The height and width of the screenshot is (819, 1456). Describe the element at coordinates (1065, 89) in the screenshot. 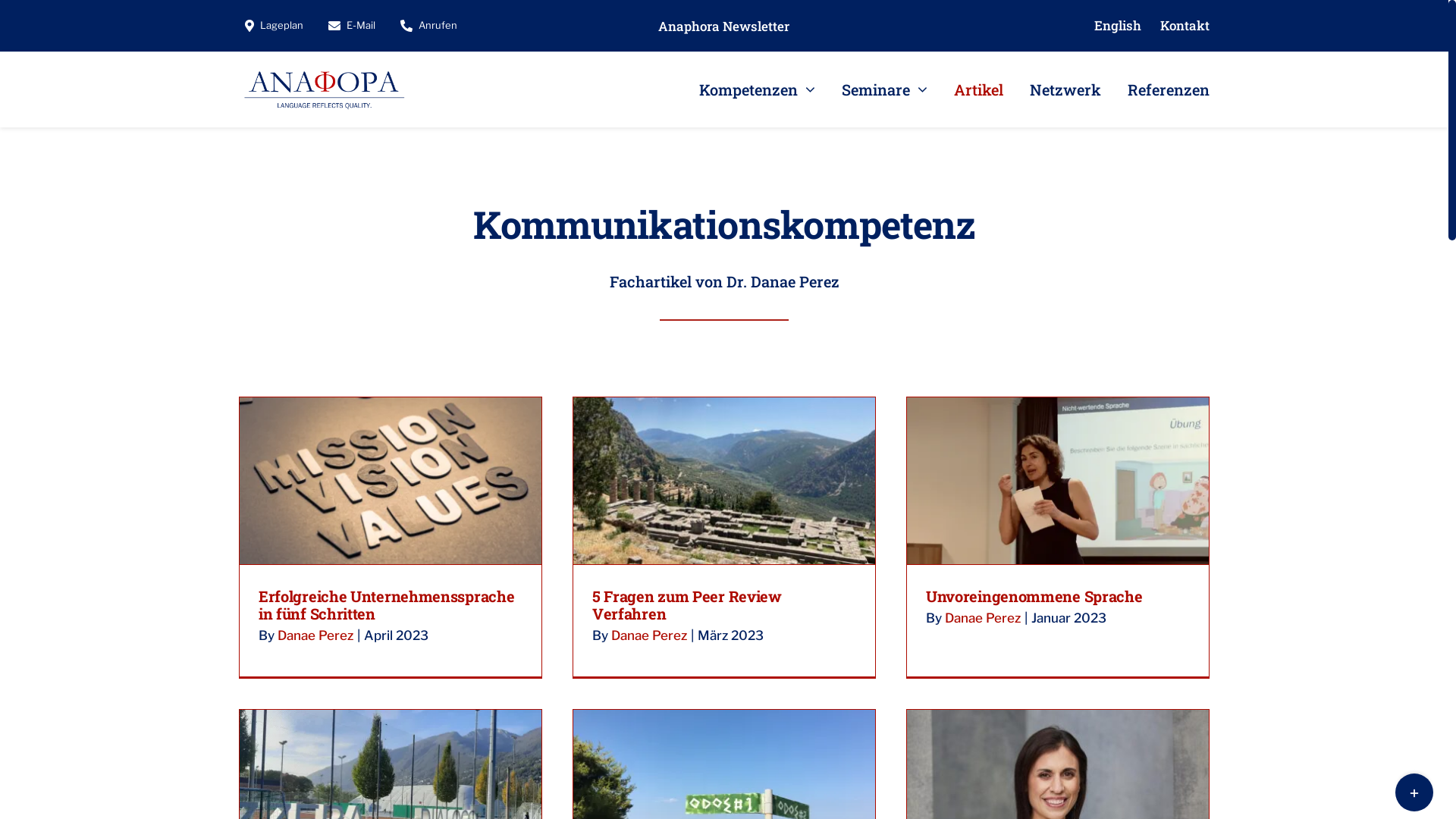

I see `'Netzwerk'` at that location.